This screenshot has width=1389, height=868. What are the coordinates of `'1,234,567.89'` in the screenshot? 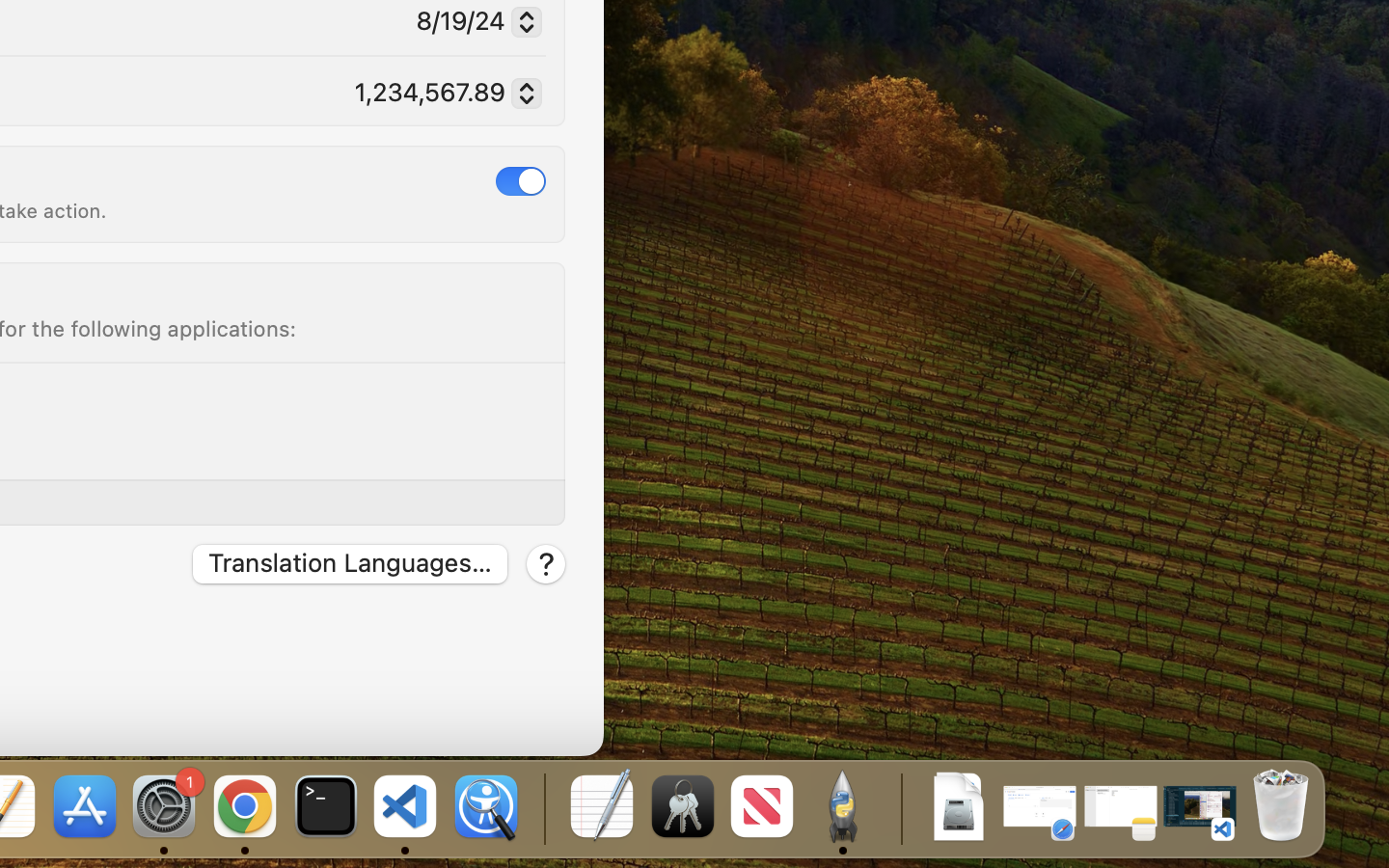 It's located at (440, 95).